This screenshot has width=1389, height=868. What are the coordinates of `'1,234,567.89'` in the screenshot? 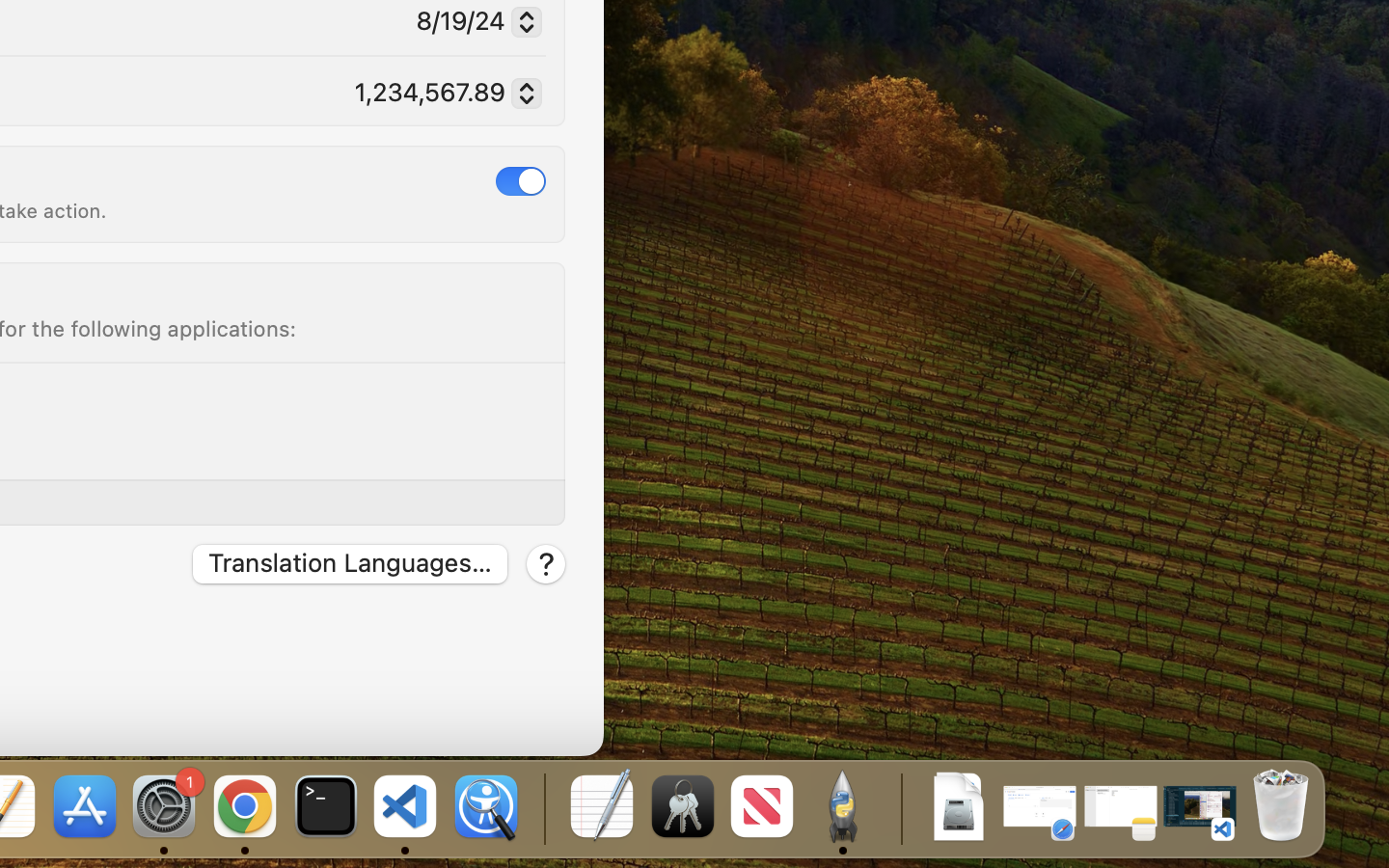 It's located at (440, 95).